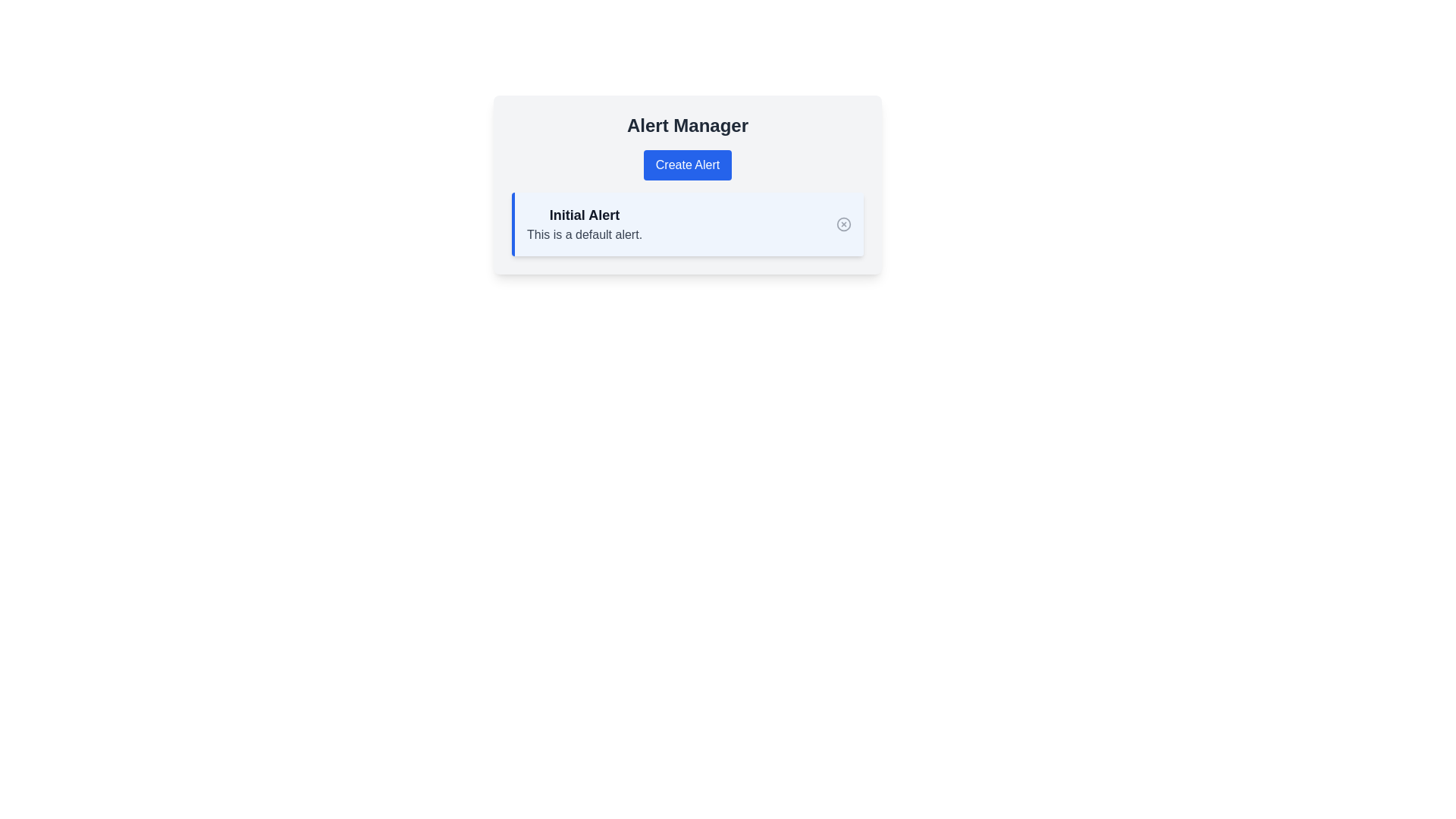 The width and height of the screenshot is (1456, 819). What do you see at coordinates (843, 224) in the screenshot?
I see `the close button located in the top-right corner of the 'Initial Alert' box` at bounding box center [843, 224].